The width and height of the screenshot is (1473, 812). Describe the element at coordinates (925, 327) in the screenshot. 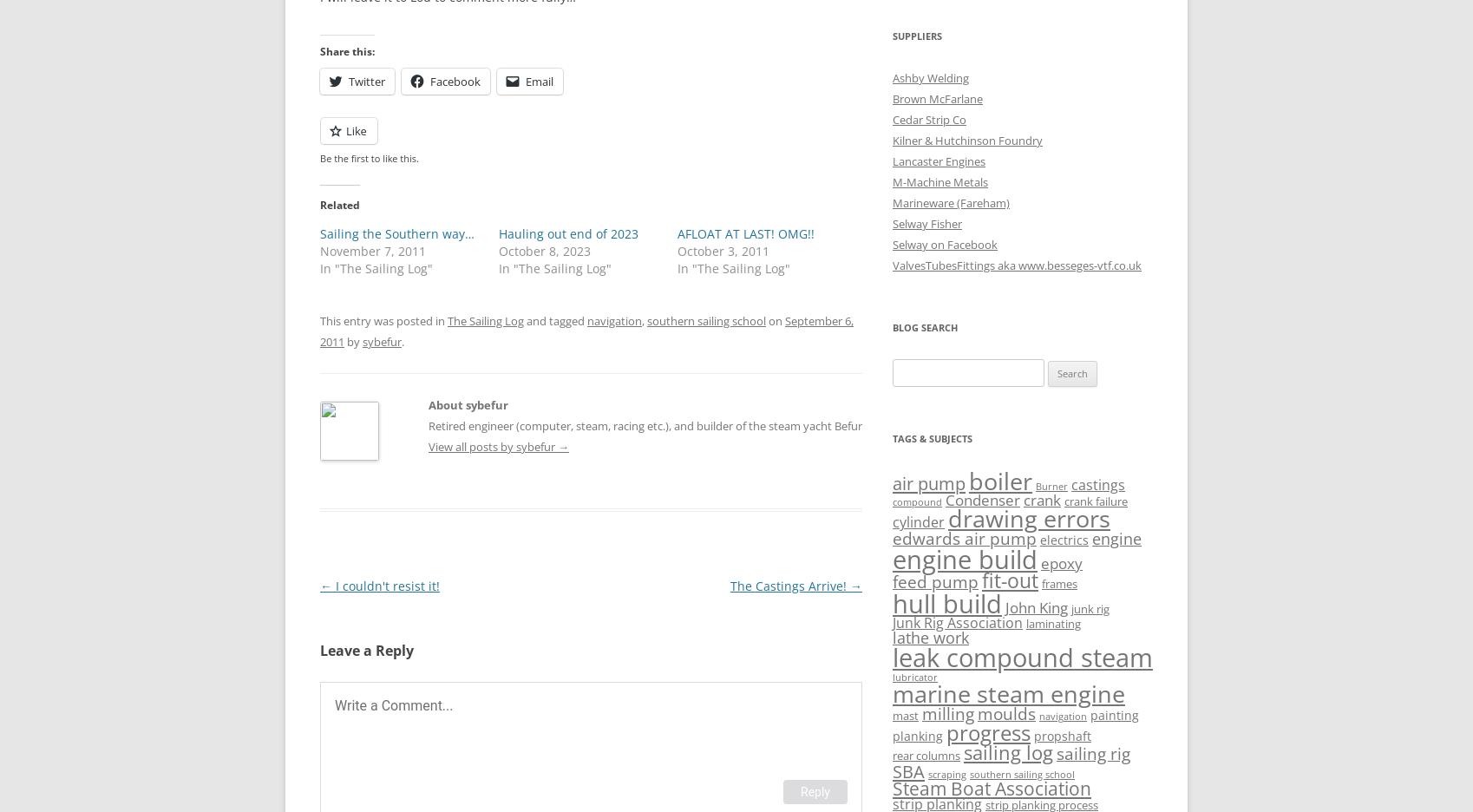

I see `'Blog Search'` at that location.